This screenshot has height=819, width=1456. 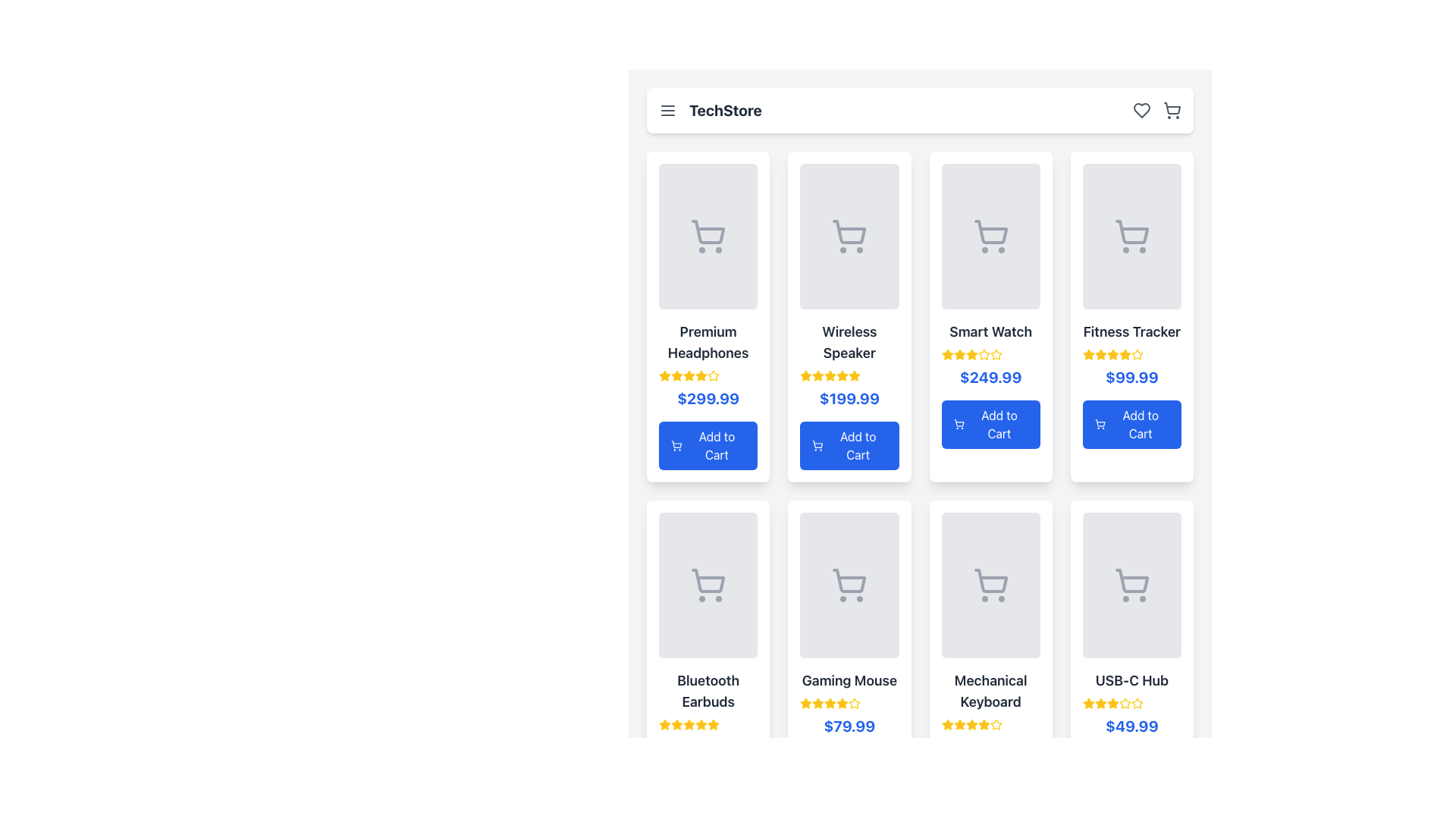 I want to click on the star icon representing the average user rating for the 'Premium Headphones' product card located in the upper left corner of the product grid, so click(x=665, y=375).